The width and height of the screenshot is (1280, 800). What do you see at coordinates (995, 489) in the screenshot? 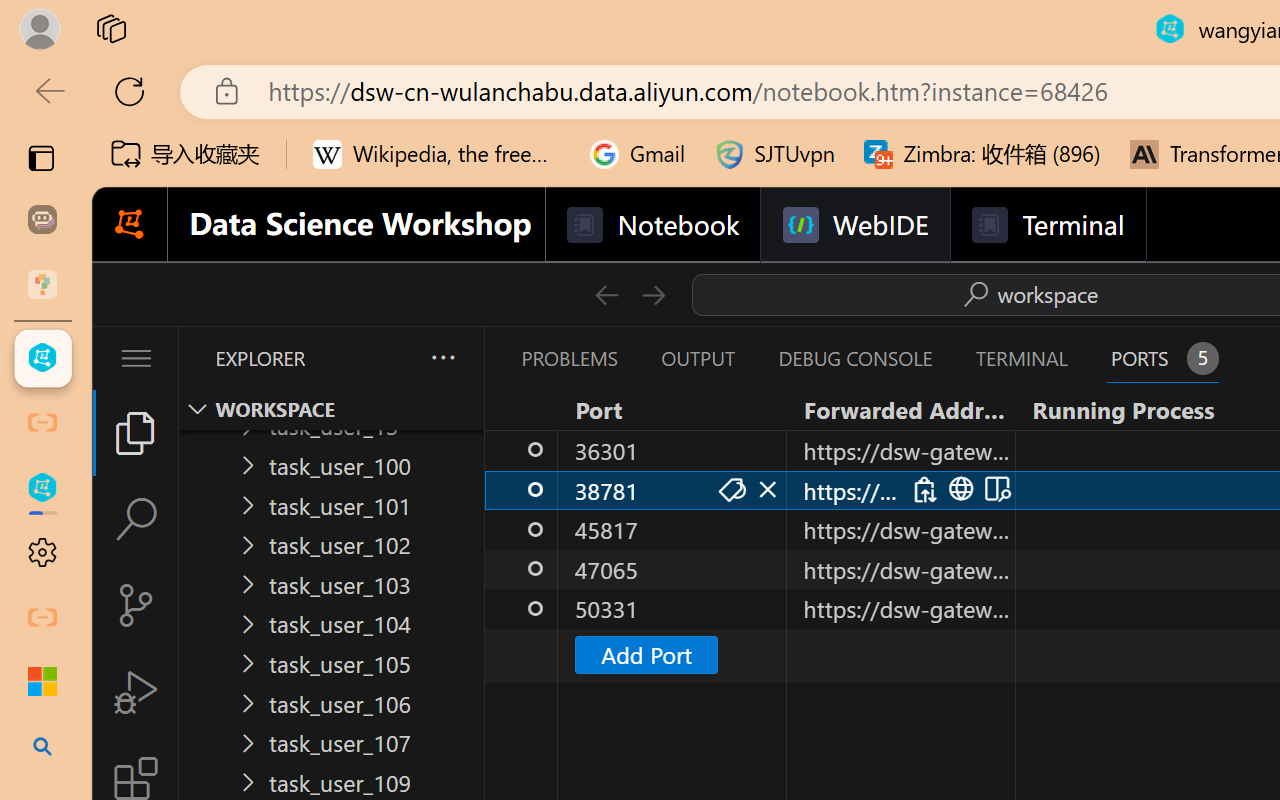
I see `'Preview in Editor'` at bounding box center [995, 489].